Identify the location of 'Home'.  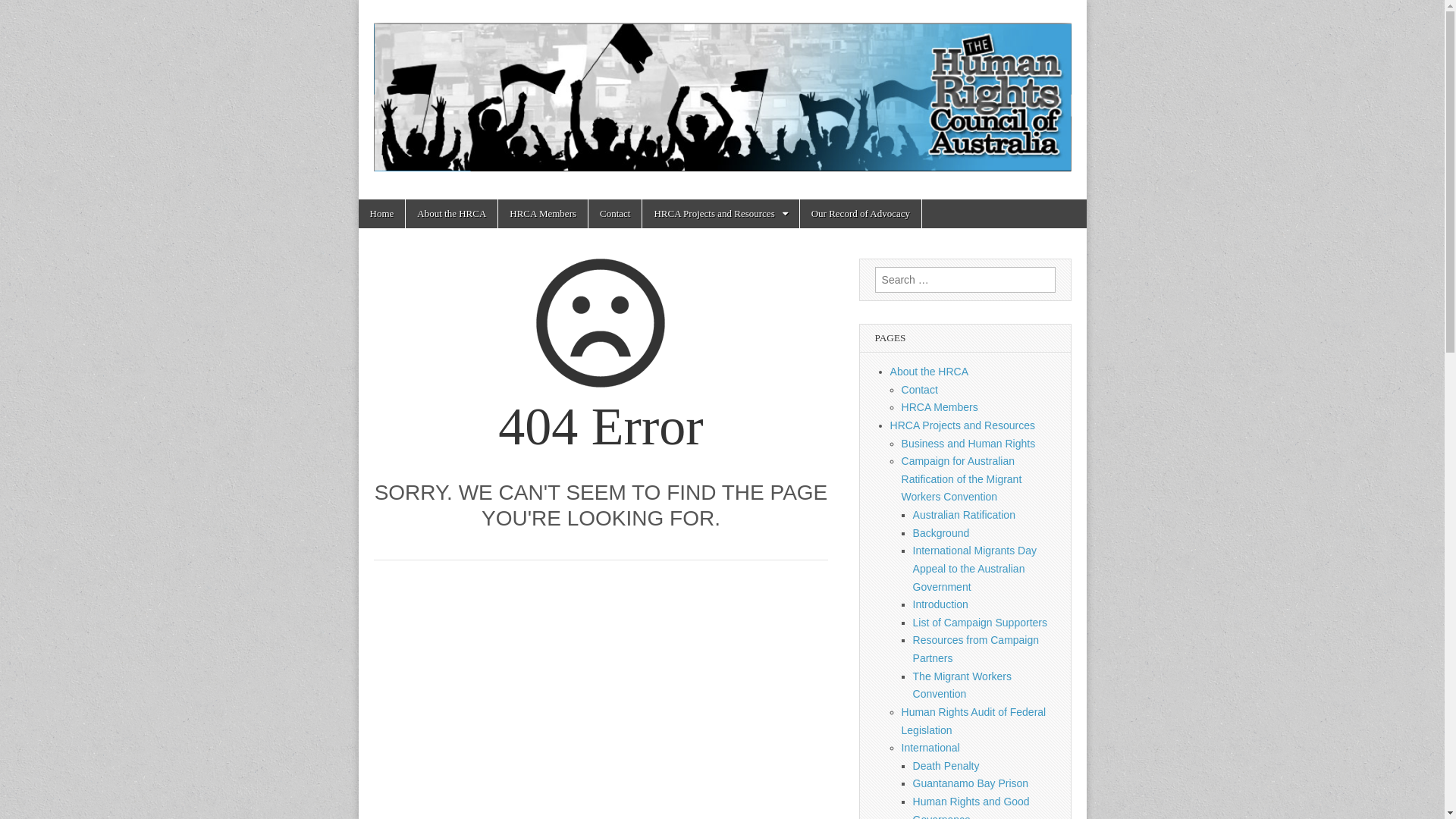
(381, 213).